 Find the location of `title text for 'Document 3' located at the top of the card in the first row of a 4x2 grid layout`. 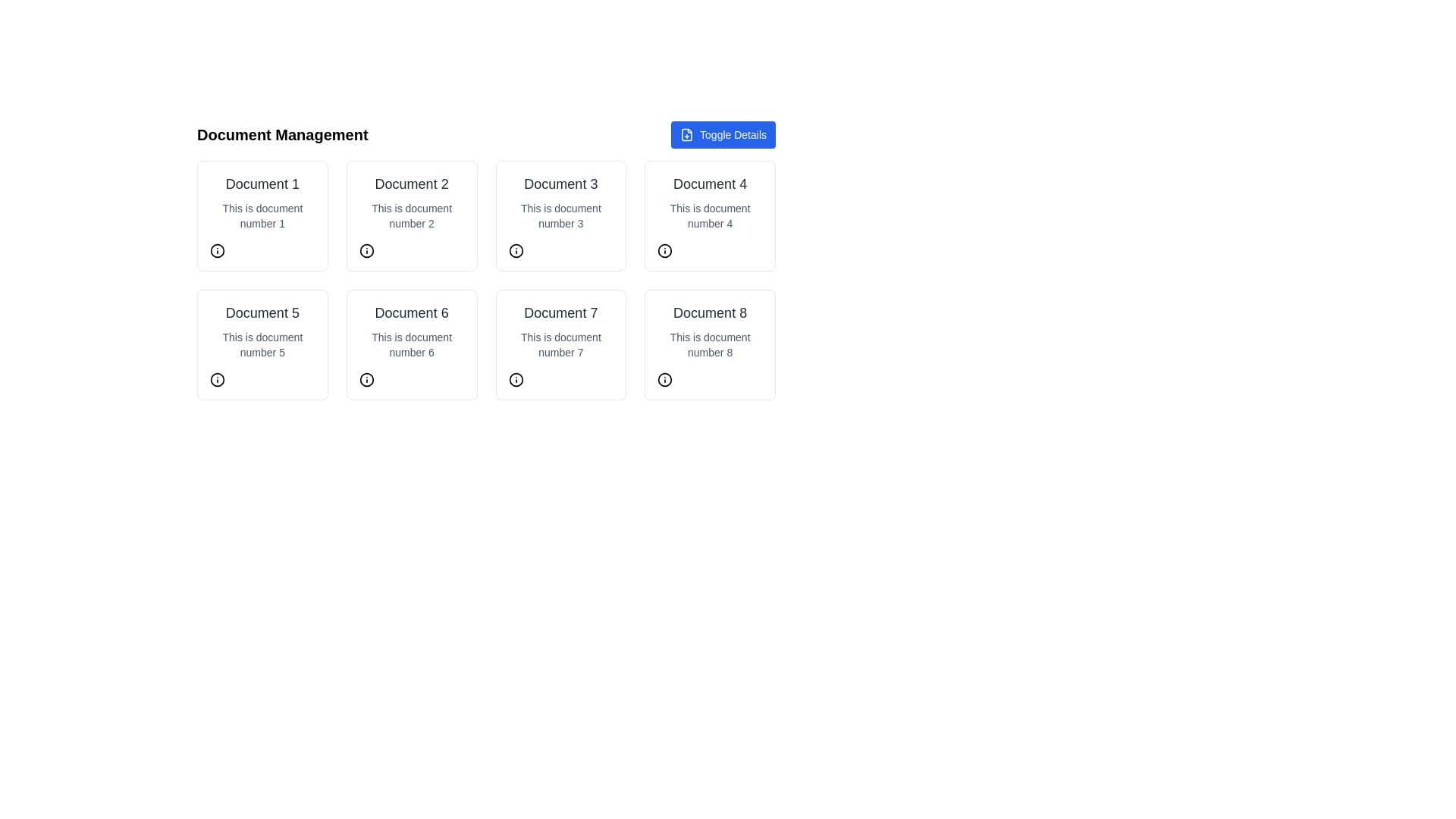

title text for 'Document 3' located at the top of the card in the first row of a 4x2 grid layout is located at coordinates (560, 184).